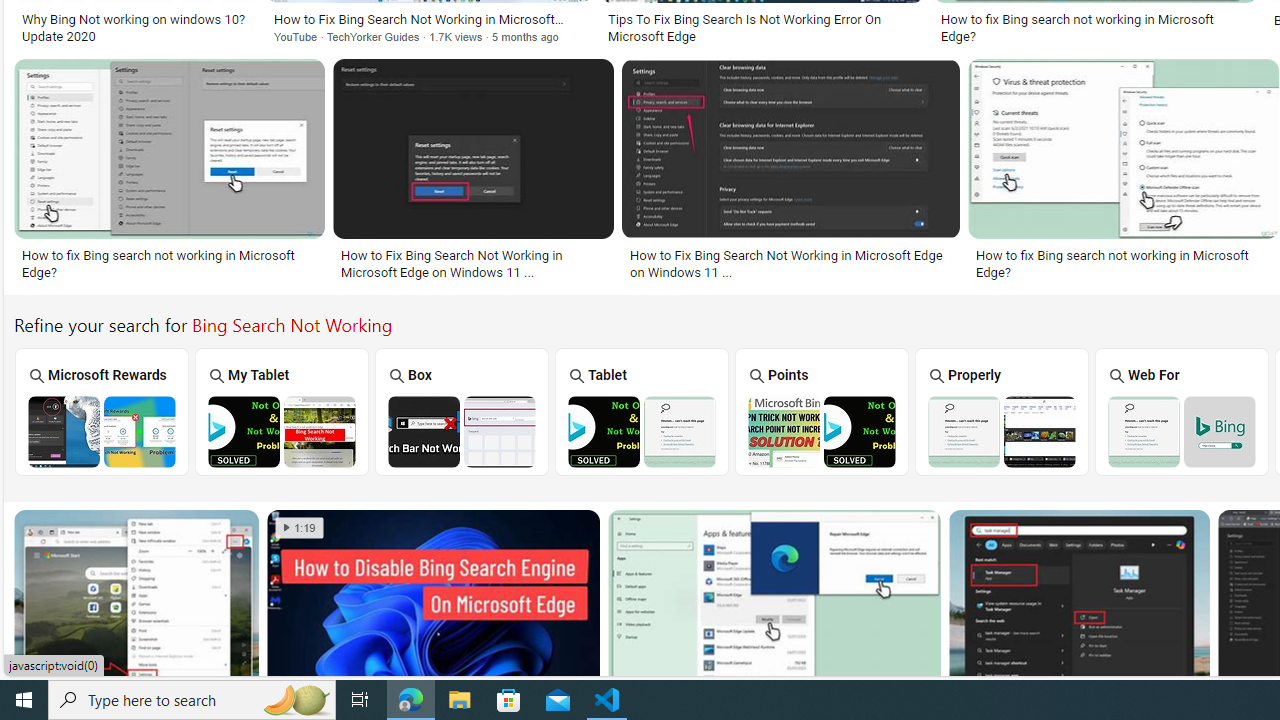  Describe the element at coordinates (1181, 430) in the screenshot. I see `'Bing Search the Web for Image Not Working'` at that location.